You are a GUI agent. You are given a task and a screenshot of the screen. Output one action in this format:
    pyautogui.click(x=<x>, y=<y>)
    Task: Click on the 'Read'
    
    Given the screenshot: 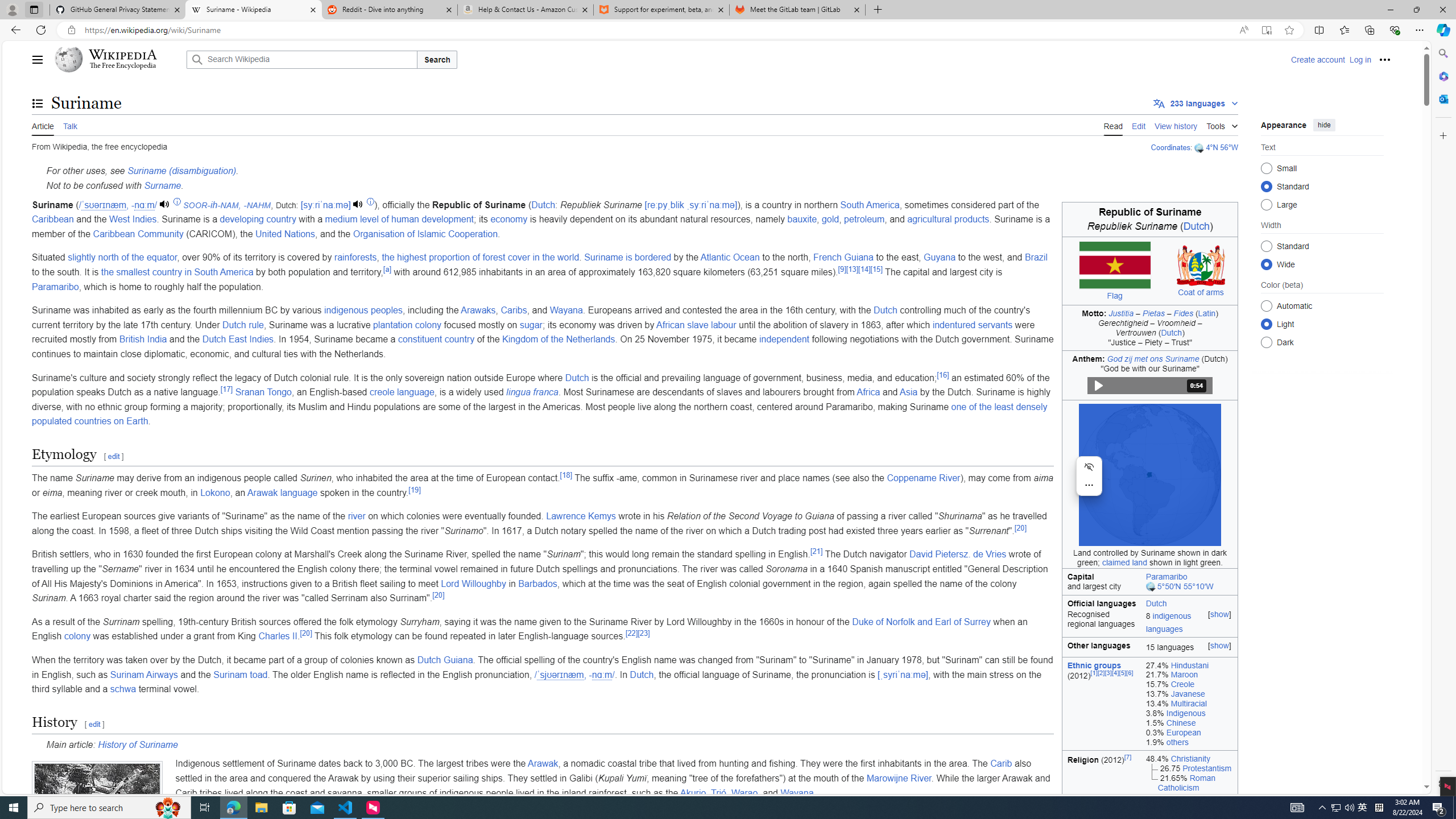 What is the action you would take?
    pyautogui.click(x=1112, y=125)
    